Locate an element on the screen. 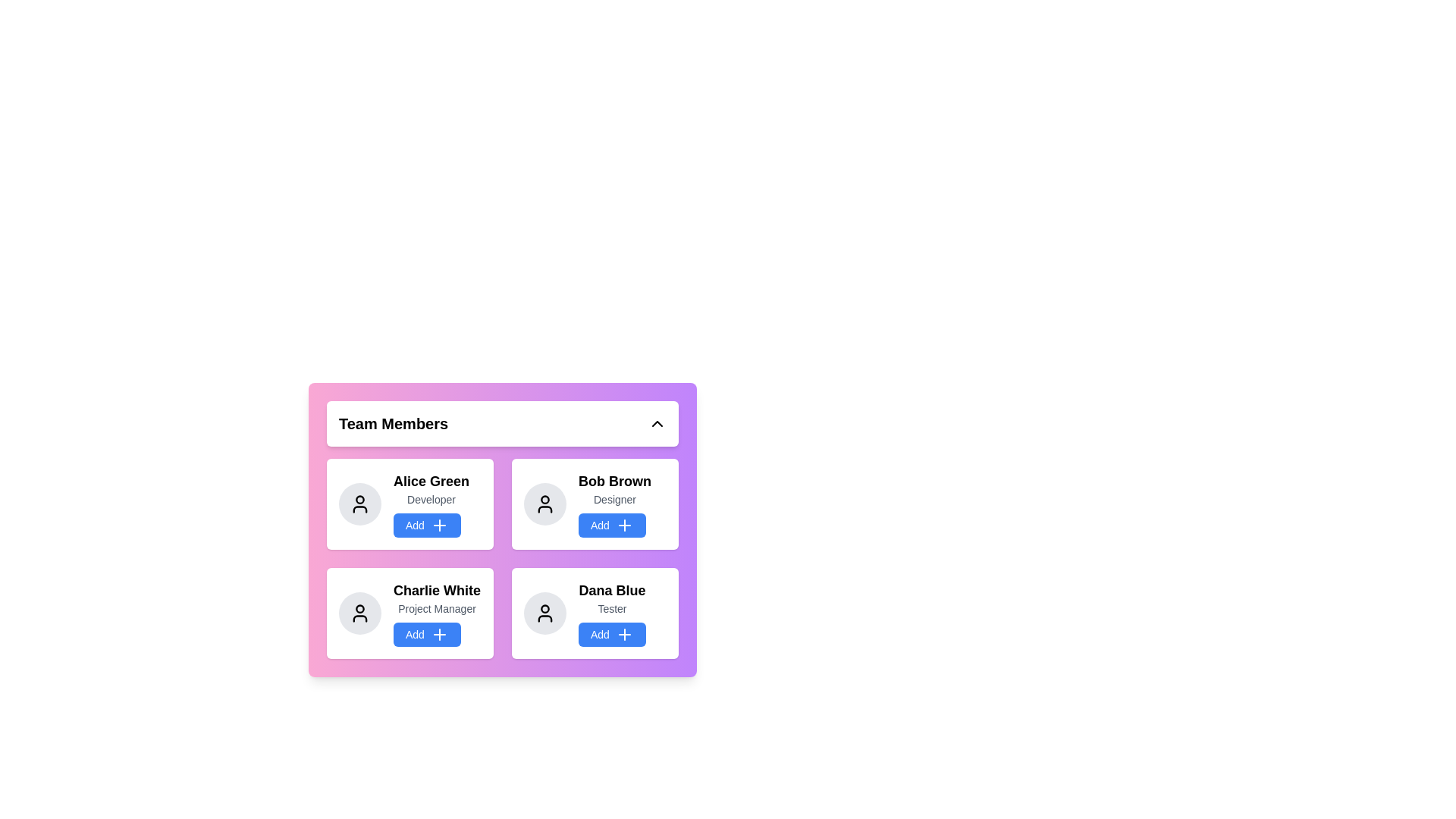 Image resolution: width=1456 pixels, height=819 pixels. the static text label reading 'Developer' located below 'Alice Green' in the user card section of the 'Team Members' area is located at coordinates (431, 500).